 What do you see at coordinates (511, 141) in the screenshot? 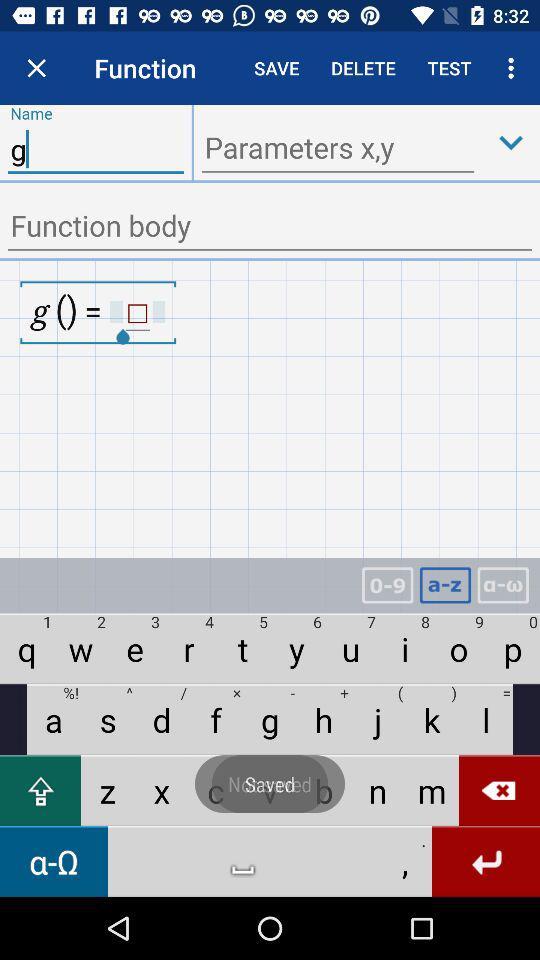
I see `button` at bounding box center [511, 141].